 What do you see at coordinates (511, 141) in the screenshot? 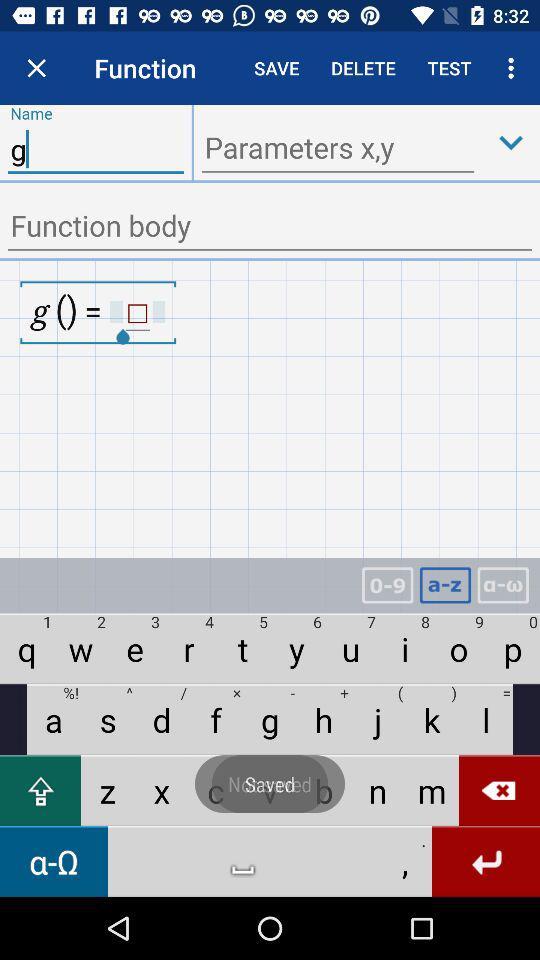
I see `button` at bounding box center [511, 141].